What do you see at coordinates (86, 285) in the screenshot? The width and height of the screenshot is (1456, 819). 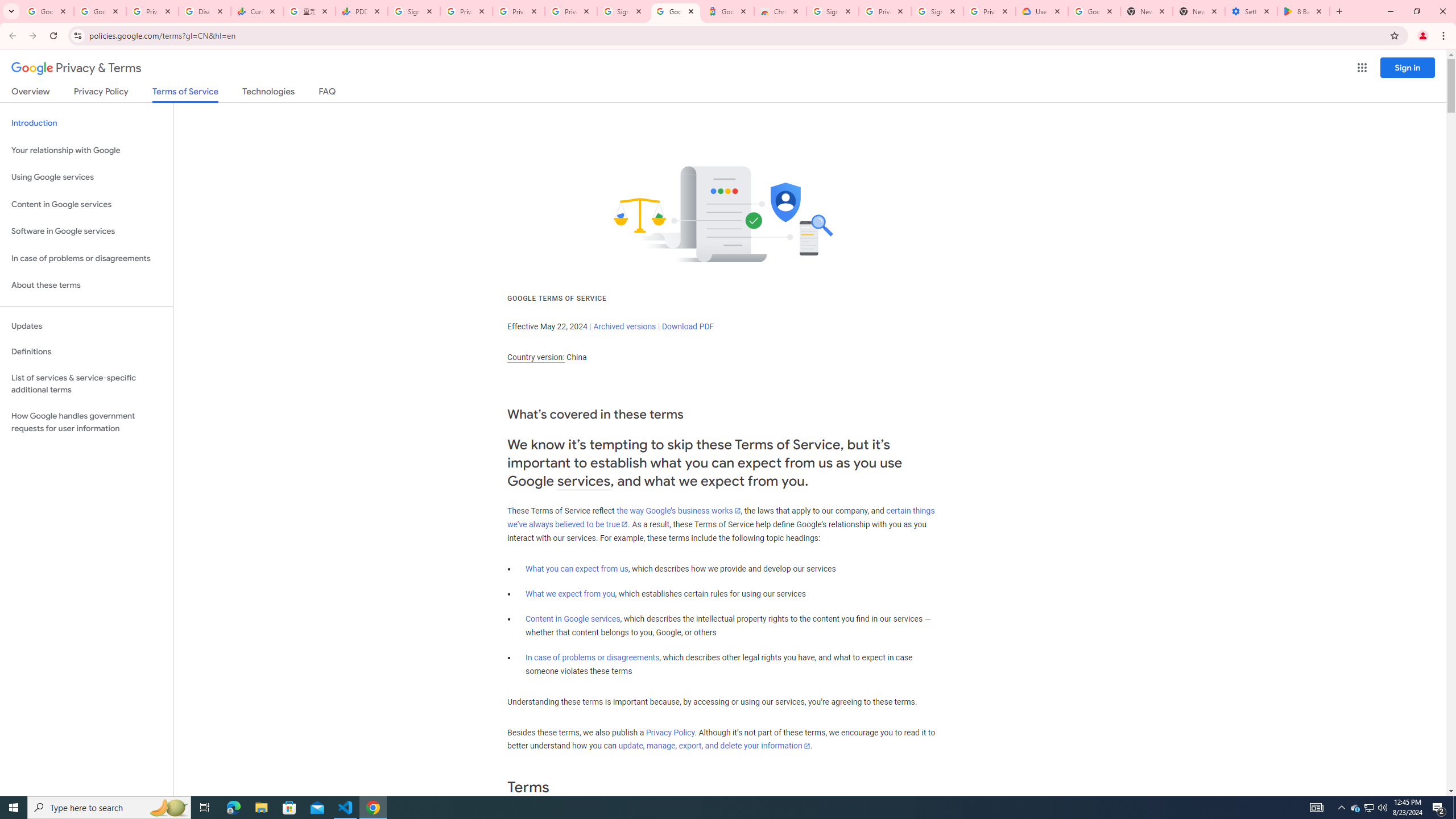 I see `'About these terms'` at bounding box center [86, 285].